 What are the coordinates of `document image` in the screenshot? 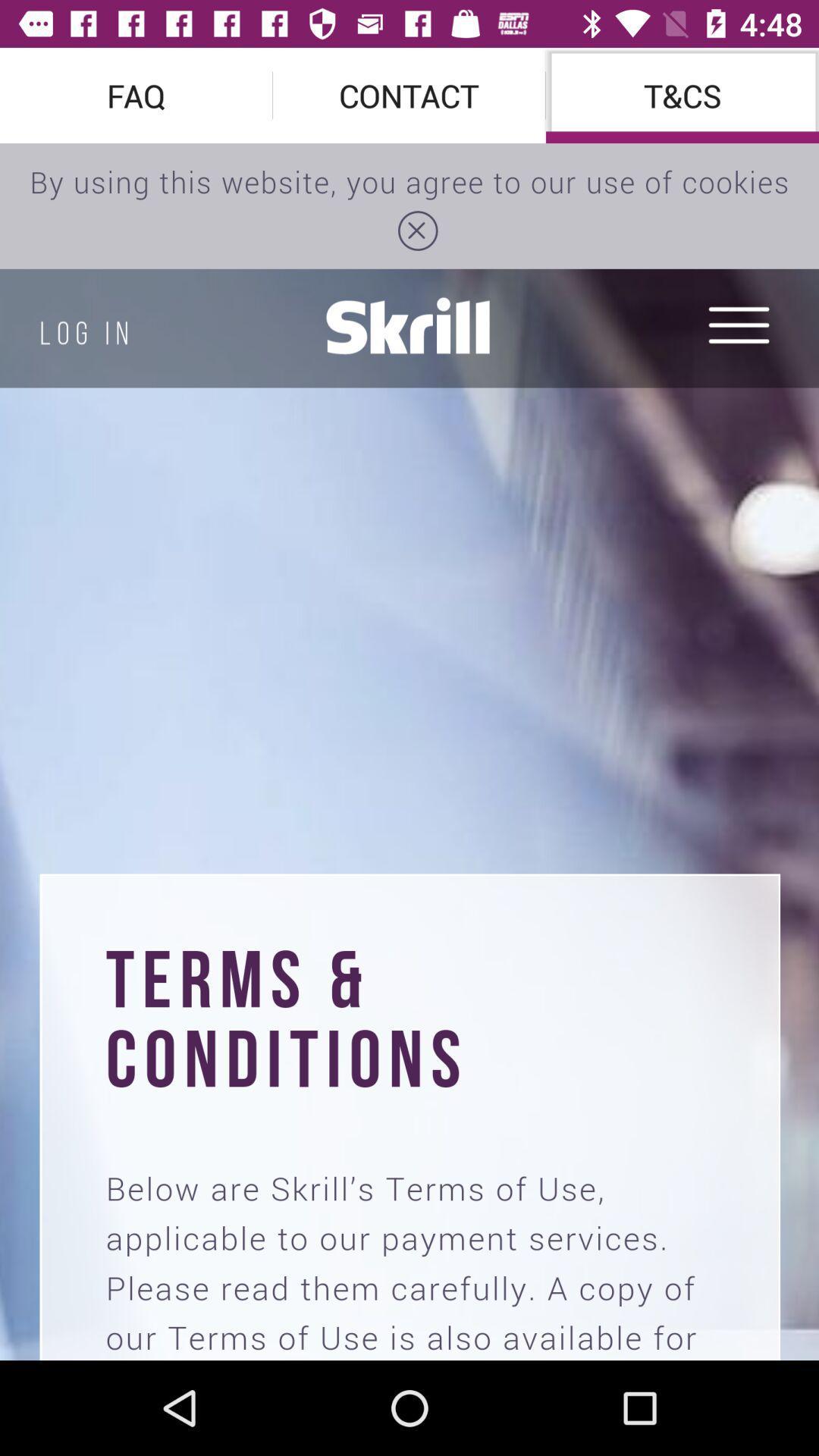 It's located at (409, 752).